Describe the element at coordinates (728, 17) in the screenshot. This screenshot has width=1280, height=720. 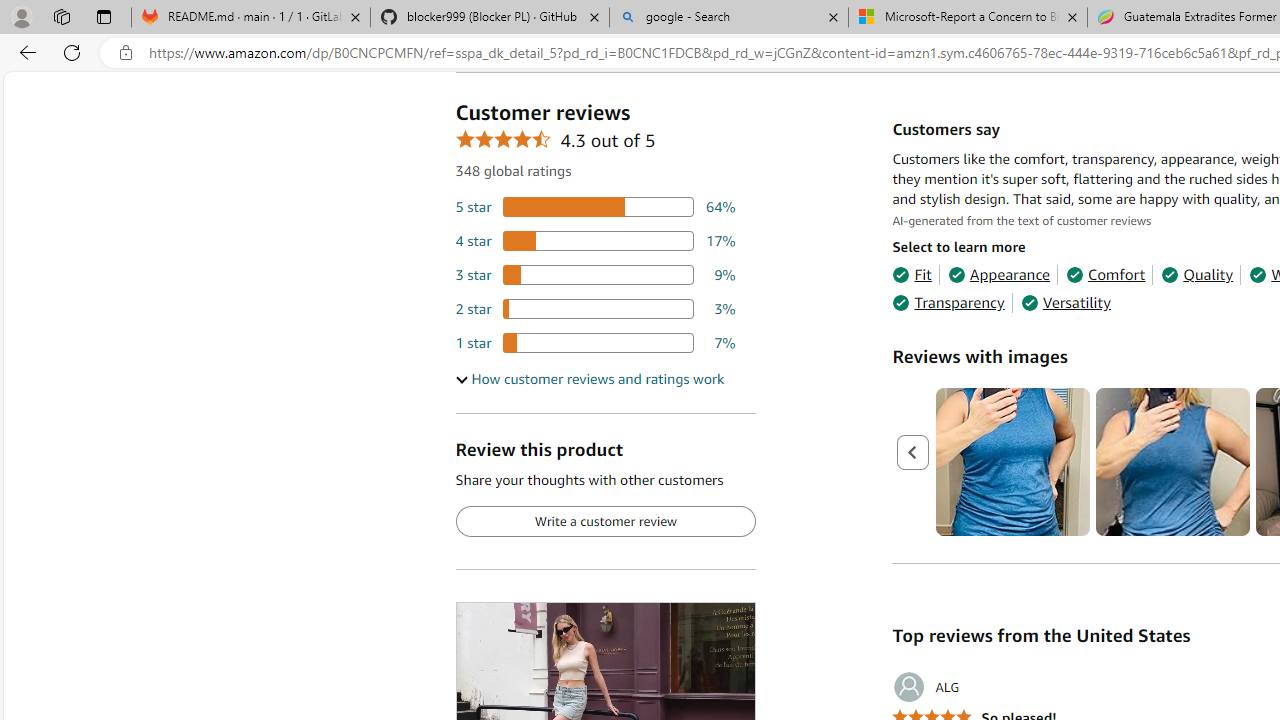
I see `'google - Search'` at that location.